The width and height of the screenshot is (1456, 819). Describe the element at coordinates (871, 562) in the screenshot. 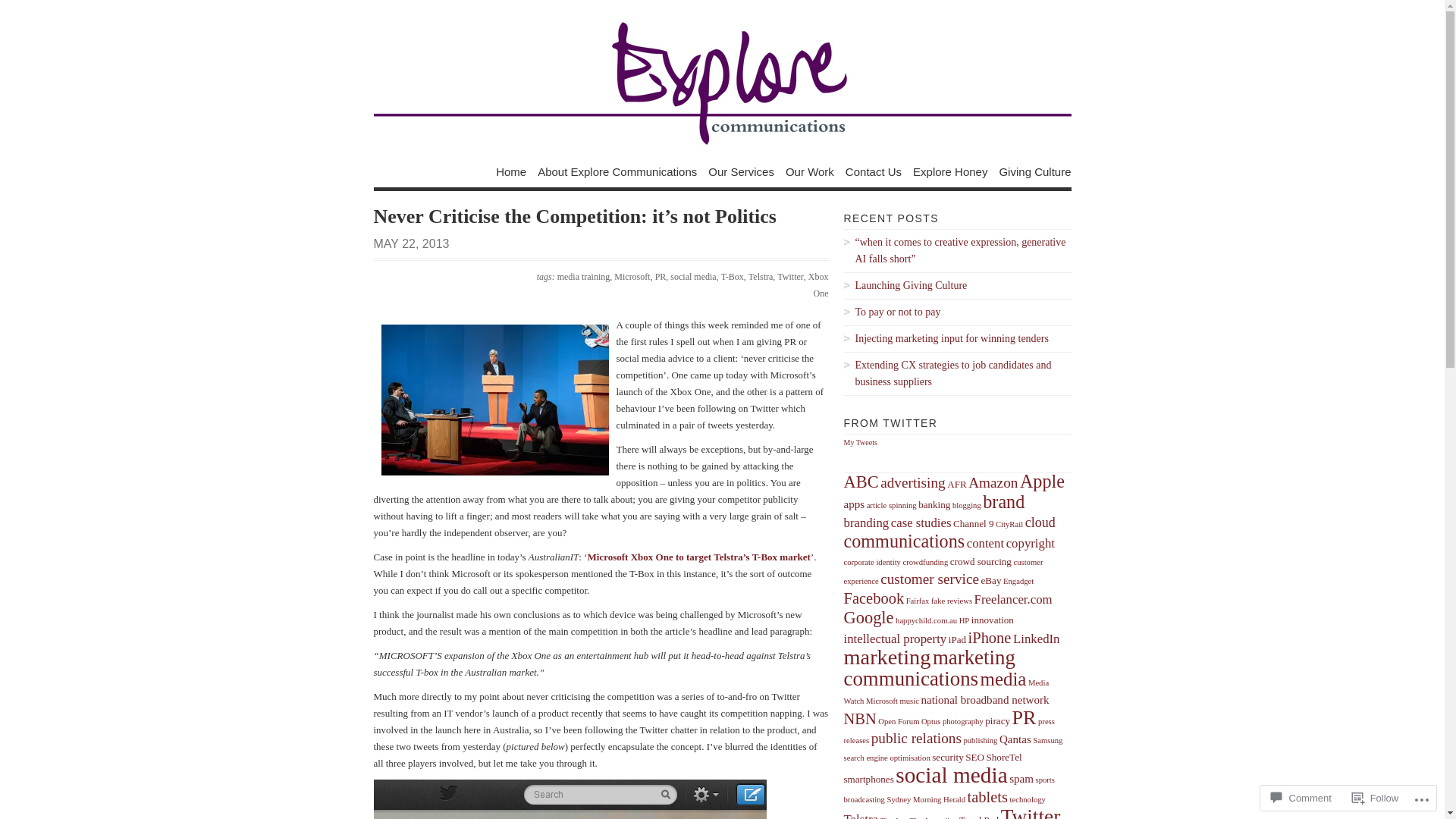

I see `'corporate identity'` at that location.